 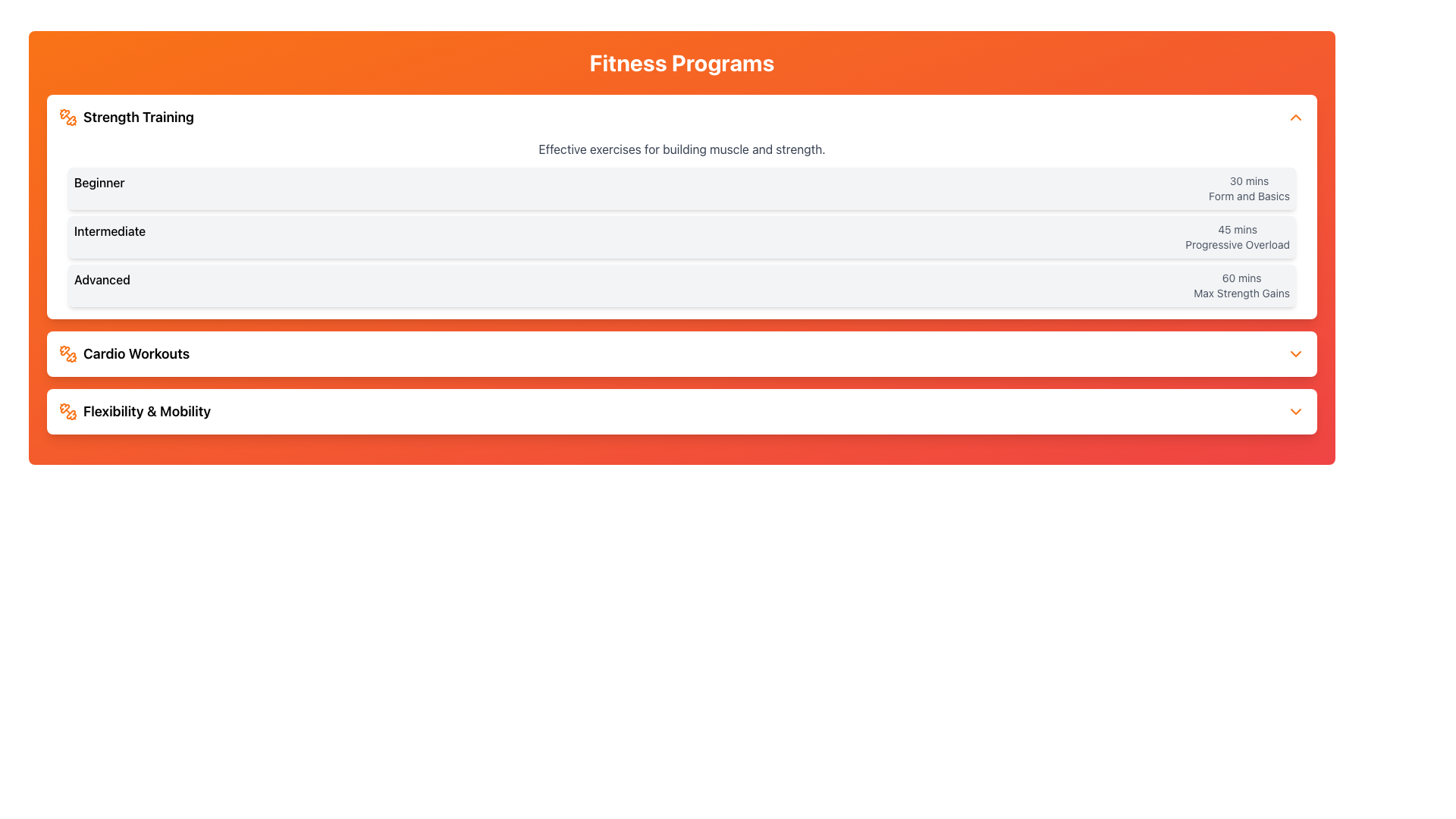 What do you see at coordinates (1241, 293) in the screenshot?
I see `the static text label providing additional description about the training program duration located in the 'Advanced' row of the 'Strength Training' category` at bounding box center [1241, 293].